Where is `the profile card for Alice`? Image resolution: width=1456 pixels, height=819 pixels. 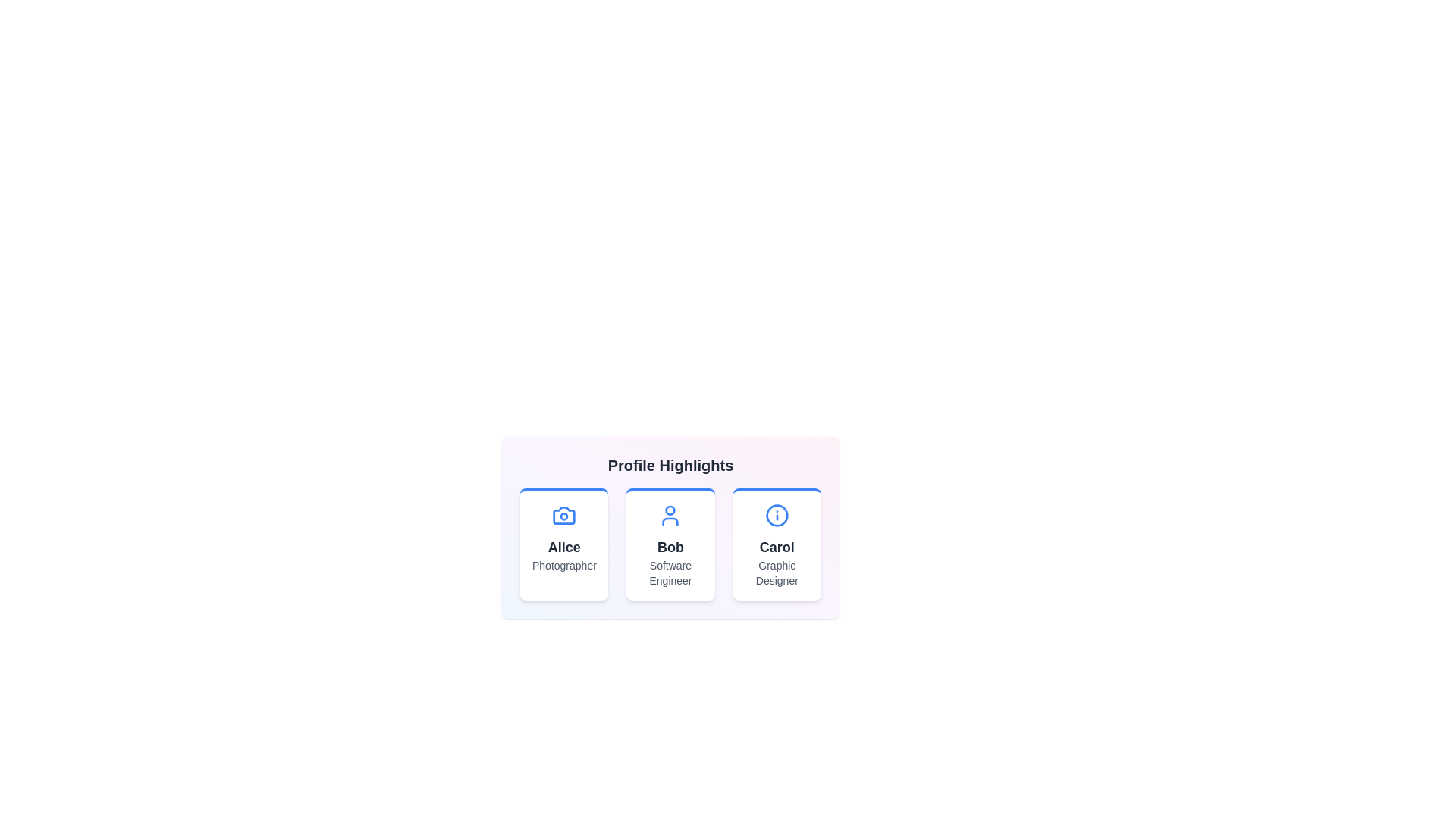
the profile card for Alice is located at coordinates (563, 543).